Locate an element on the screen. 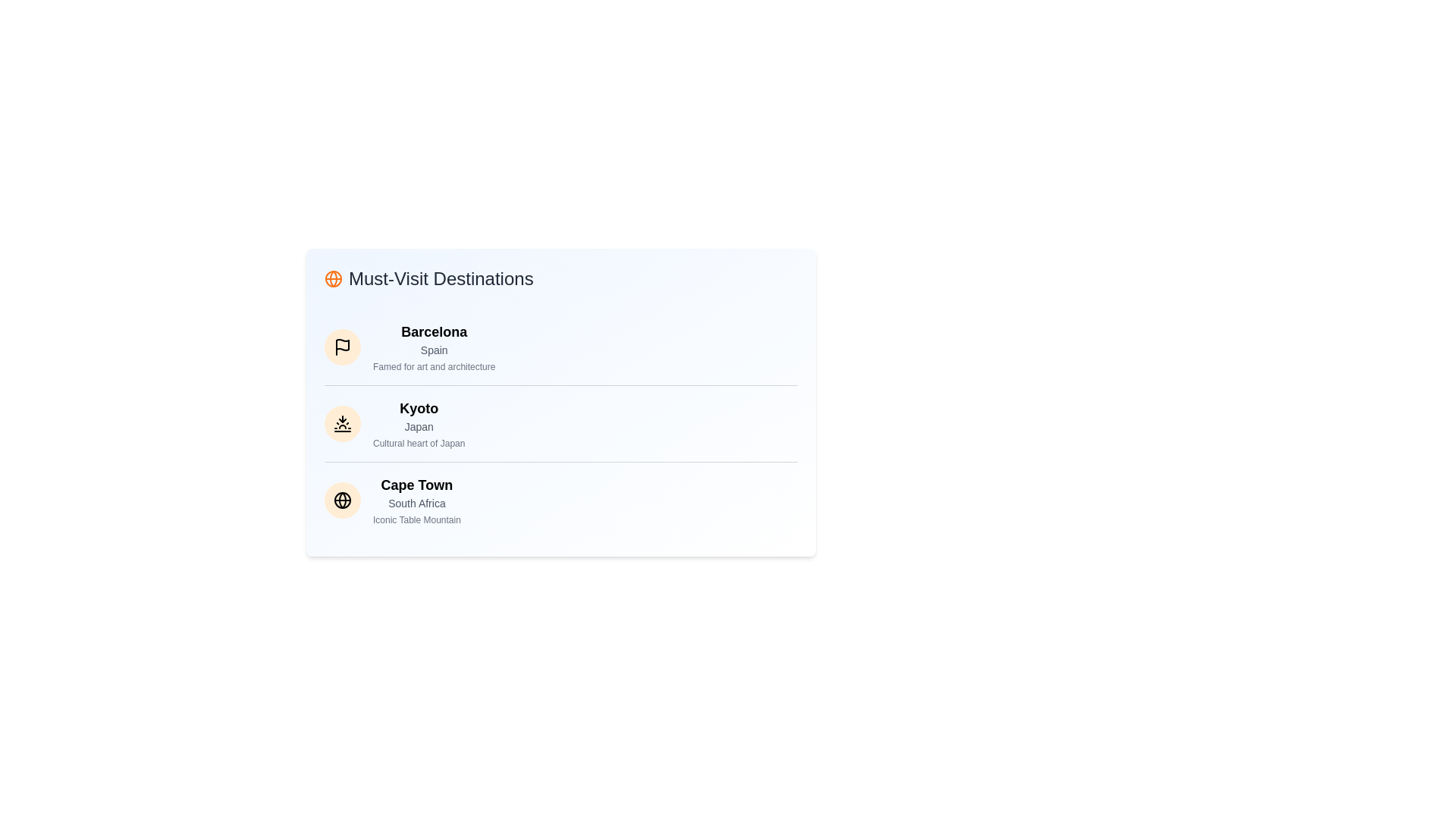 The width and height of the screenshot is (1456, 819). the destination item corresponding to Kyoto is located at coordinates (341, 424).